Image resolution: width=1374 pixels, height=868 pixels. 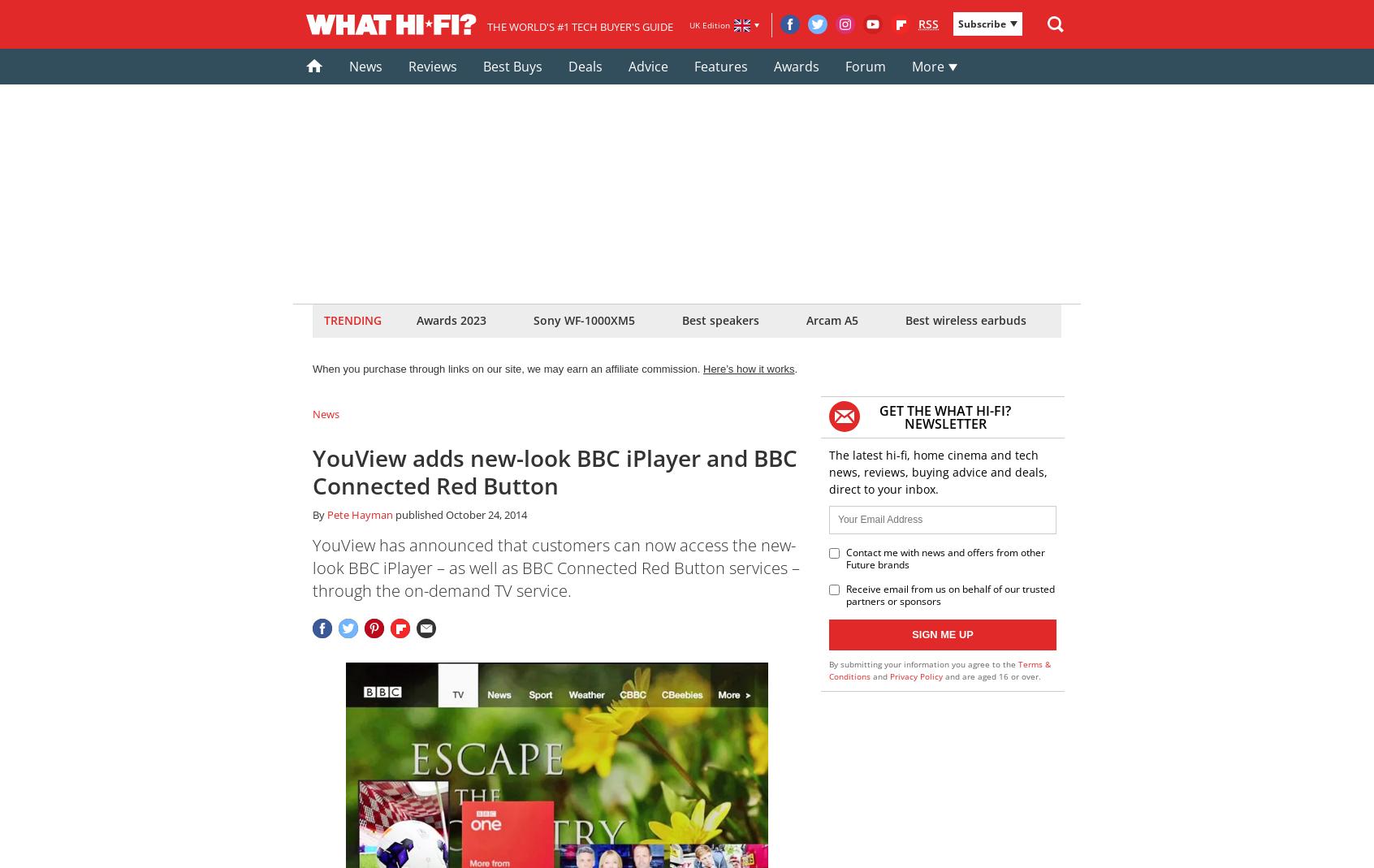 What do you see at coordinates (534, 320) in the screenshot?
I see `'Sony WF-1000XM5'` at bounding box center [534, 320].